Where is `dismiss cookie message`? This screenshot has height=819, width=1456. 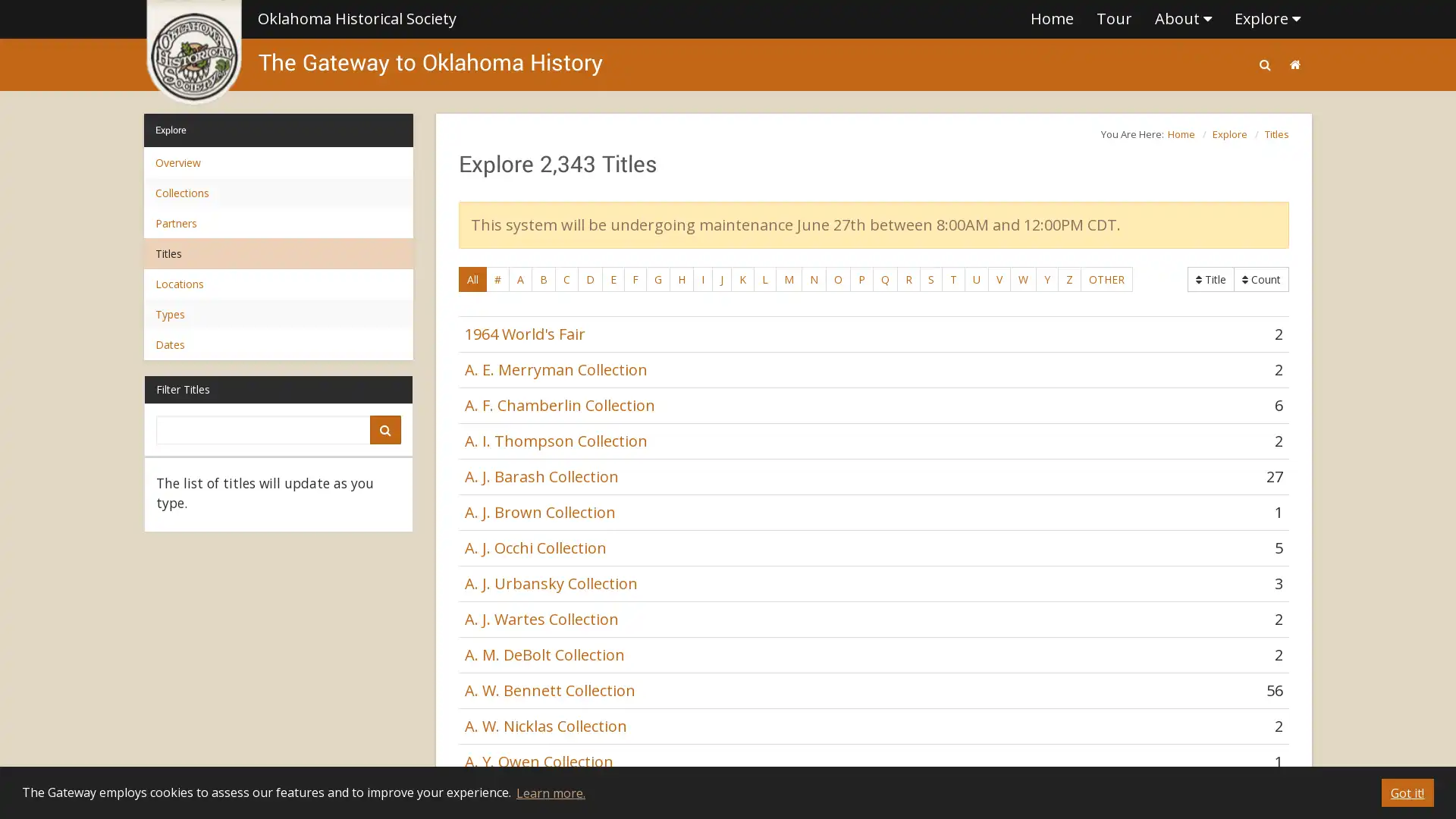
dismiss cookie message is located at coordinates (1407, 792).